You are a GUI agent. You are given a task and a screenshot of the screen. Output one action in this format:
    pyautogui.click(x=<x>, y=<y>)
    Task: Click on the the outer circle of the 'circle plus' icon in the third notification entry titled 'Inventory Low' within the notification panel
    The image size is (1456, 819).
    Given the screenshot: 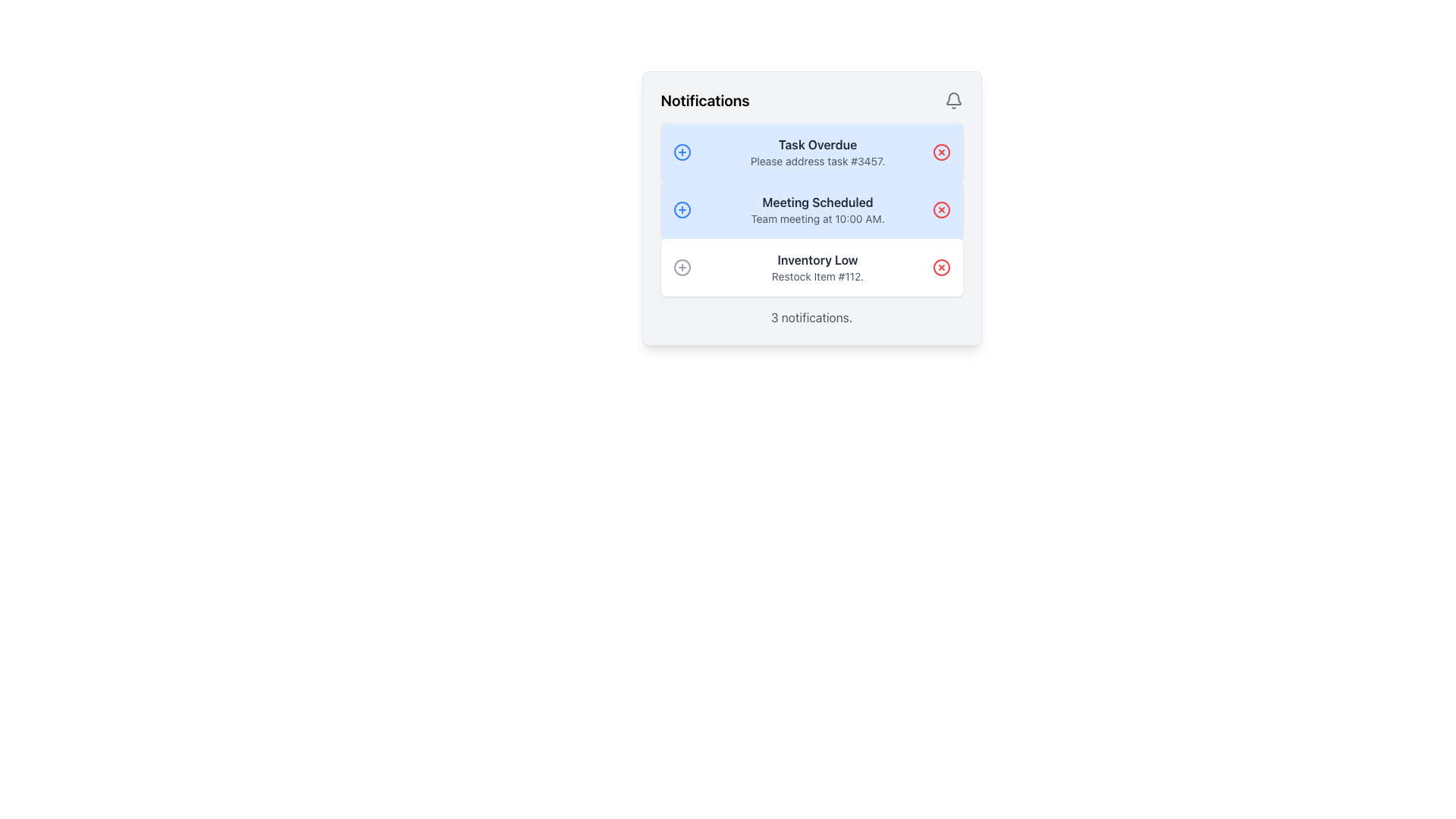 What is the action you would take?
    pyautogui.click(x=681, y=267)
    